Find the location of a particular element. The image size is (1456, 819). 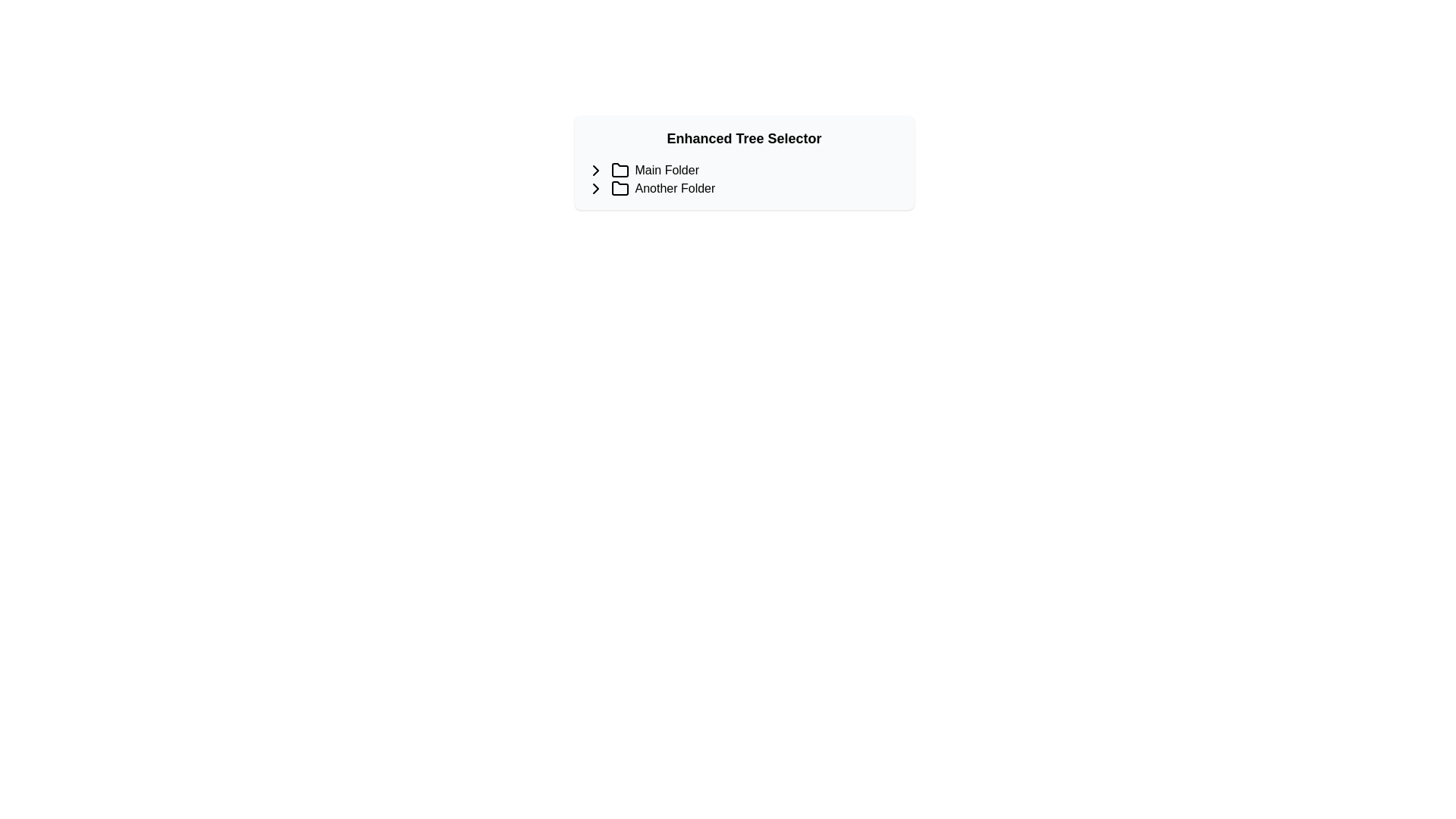

the 'Main Folder' list item is located at coordinates (744, 170).